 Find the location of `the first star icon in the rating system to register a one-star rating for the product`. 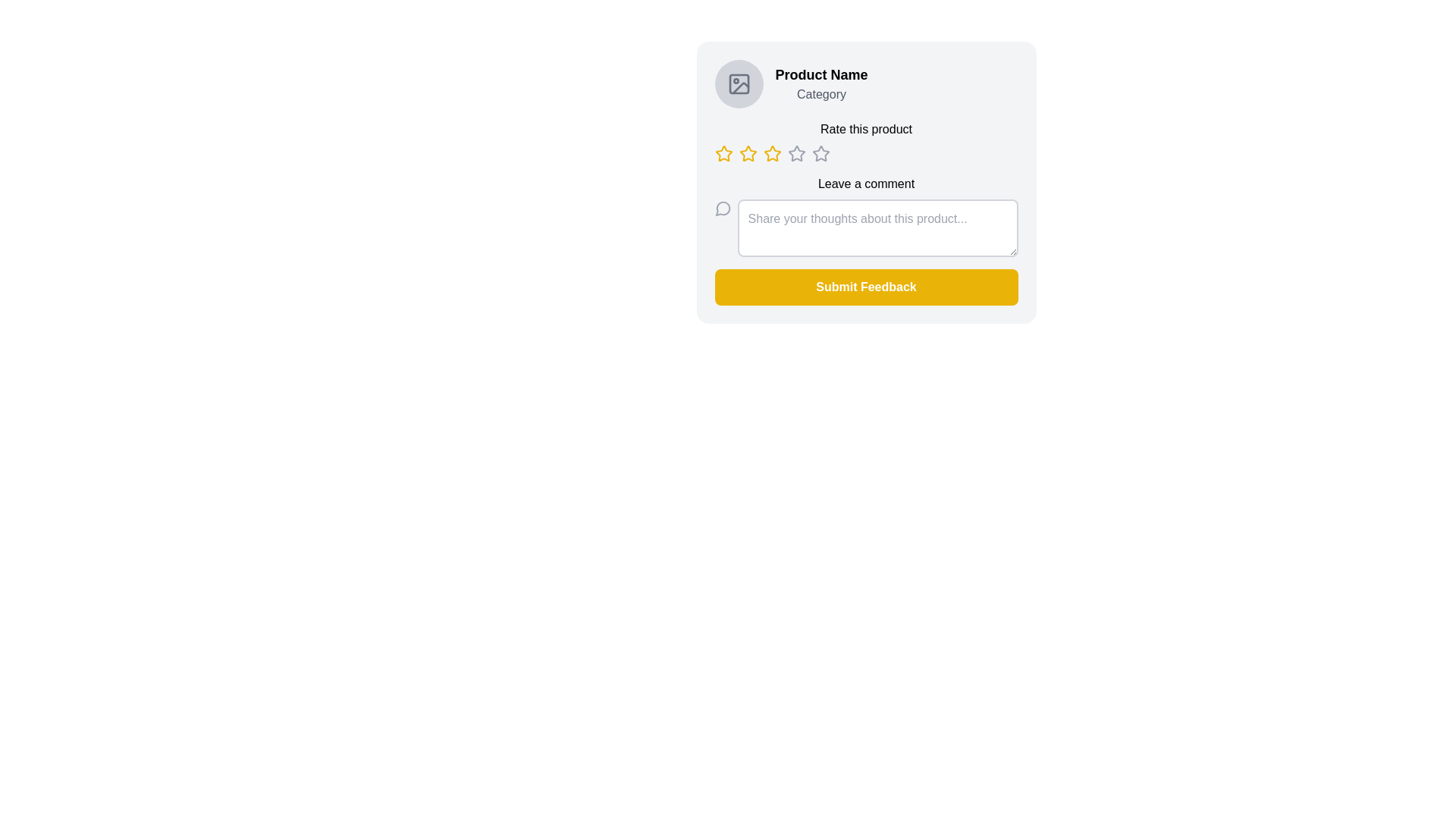

the first star icon in the rating system to register a one-star rating for the product is located at coordinates (723, 153).